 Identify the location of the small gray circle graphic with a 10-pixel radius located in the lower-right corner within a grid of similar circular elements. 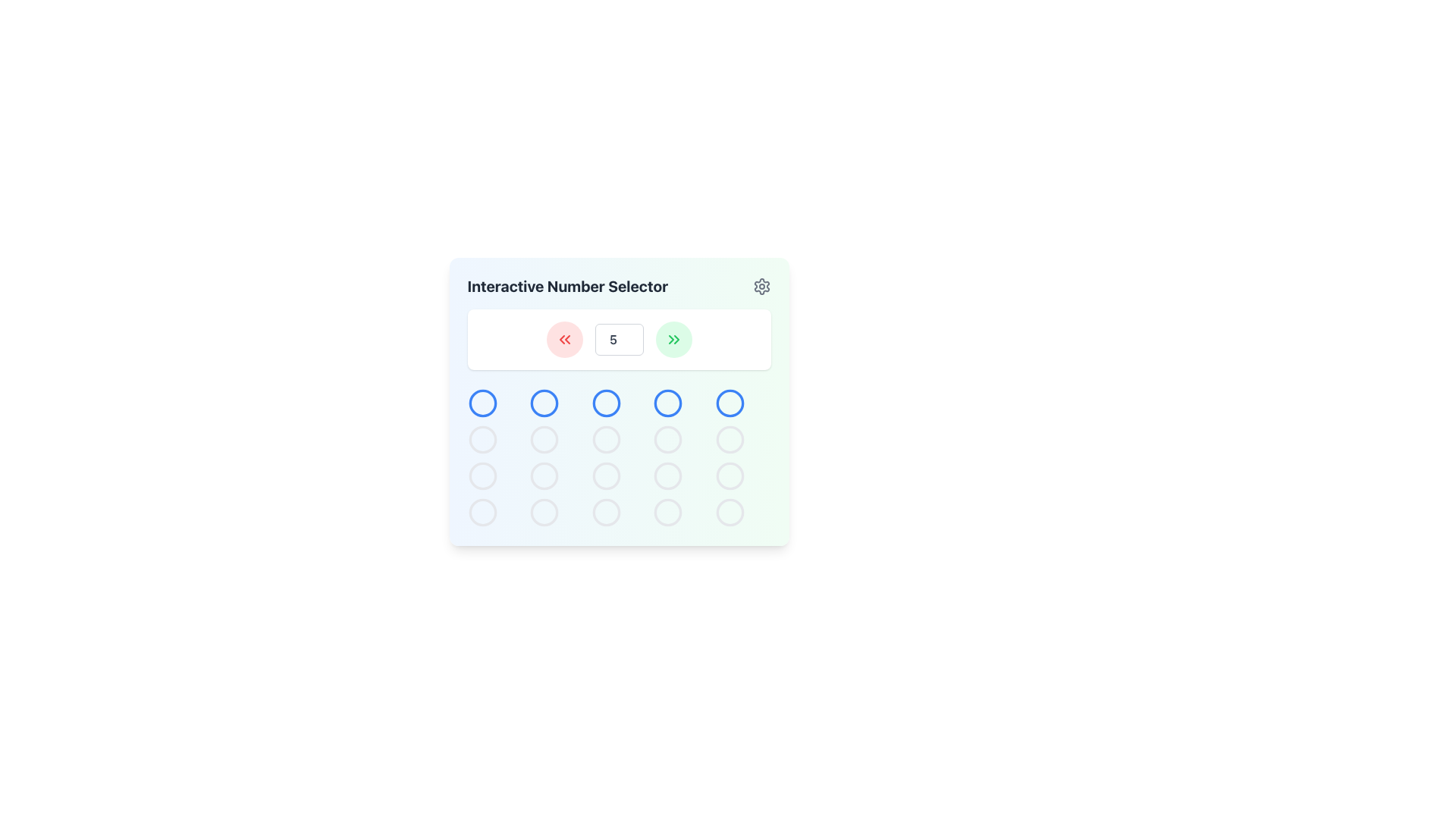
(730, 512).